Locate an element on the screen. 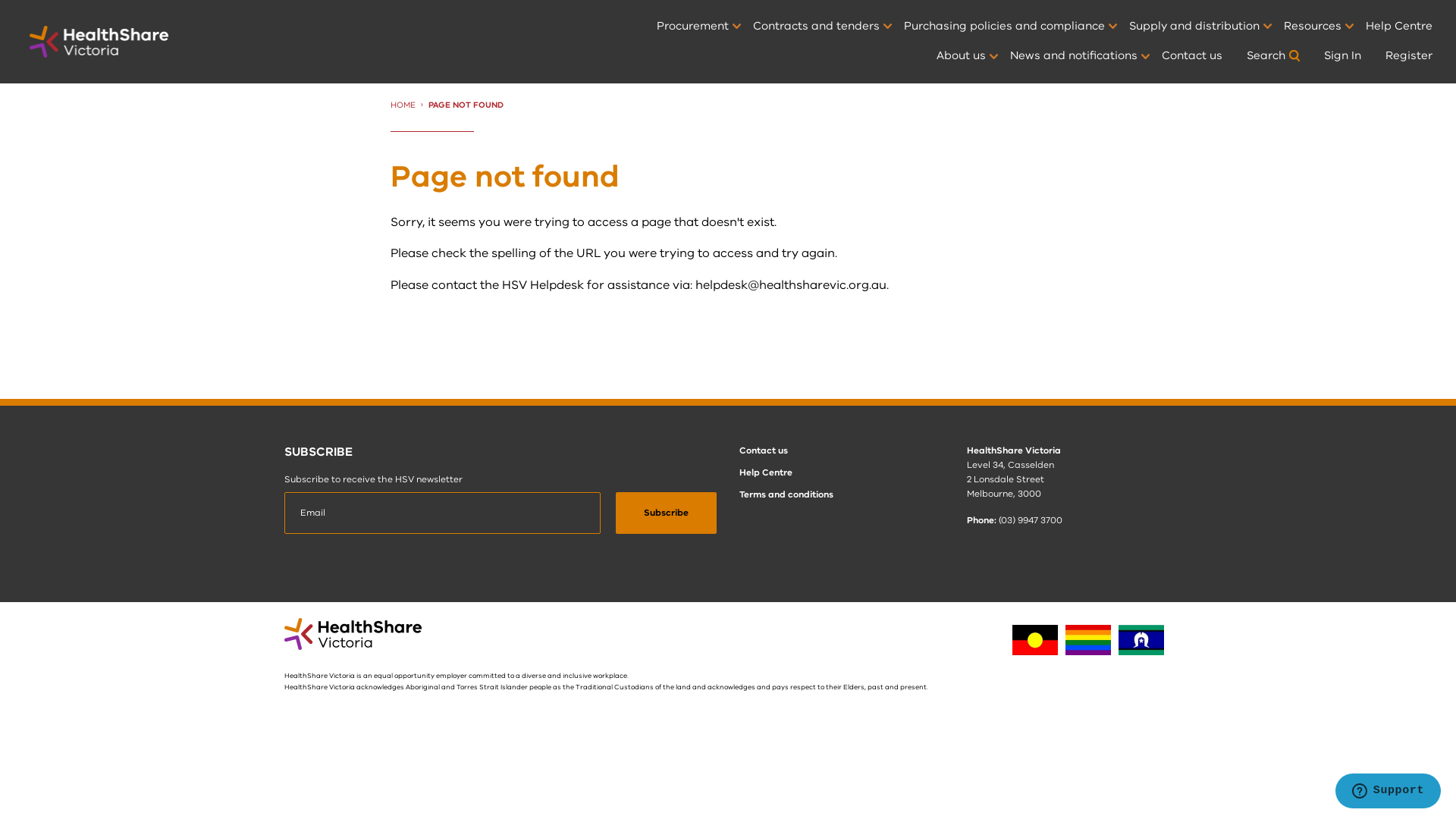  'Subscribe' is located at coordinates (666, 513).